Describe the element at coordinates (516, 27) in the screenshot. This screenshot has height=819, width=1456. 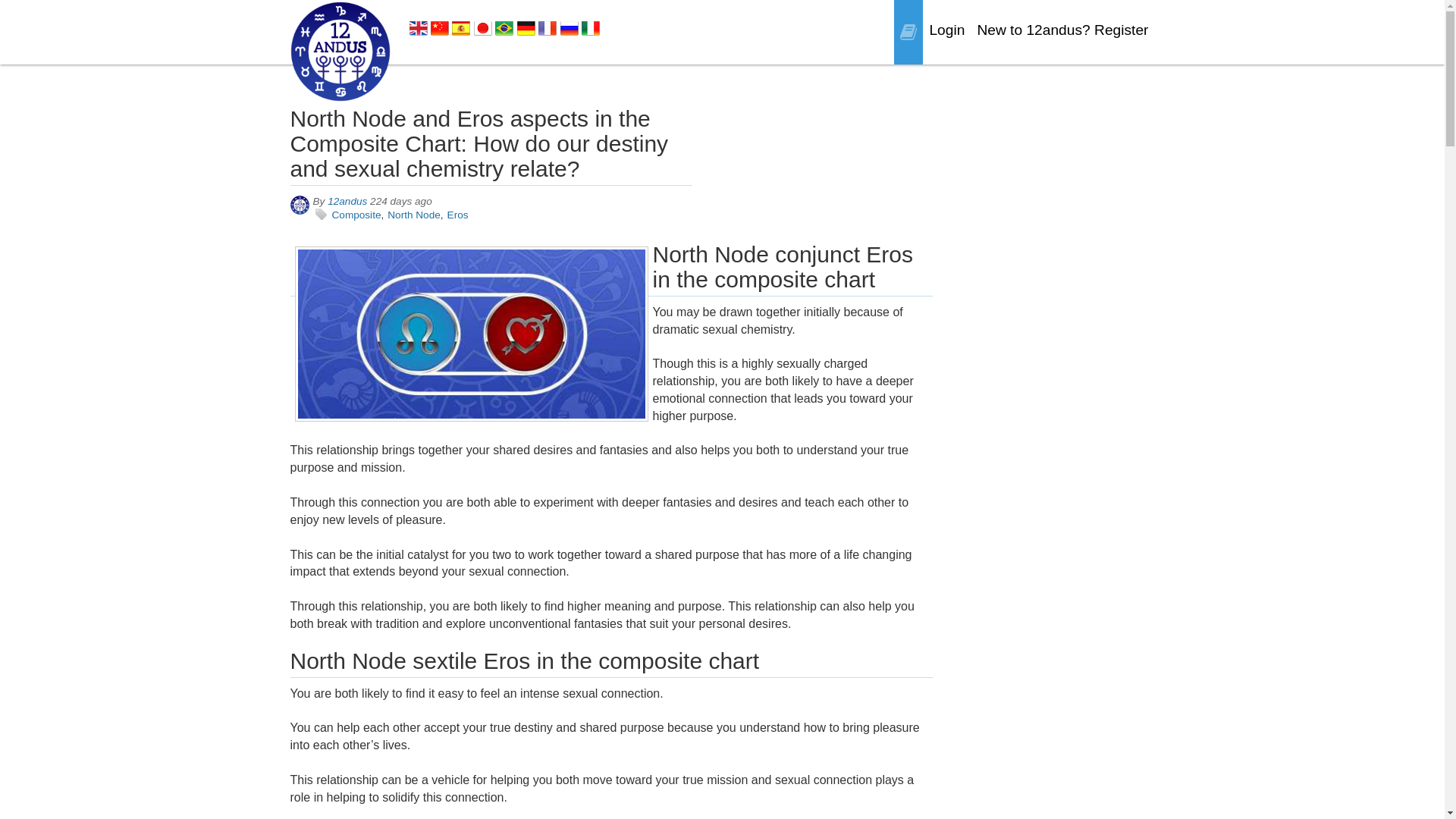
I see `'German'` at that location.